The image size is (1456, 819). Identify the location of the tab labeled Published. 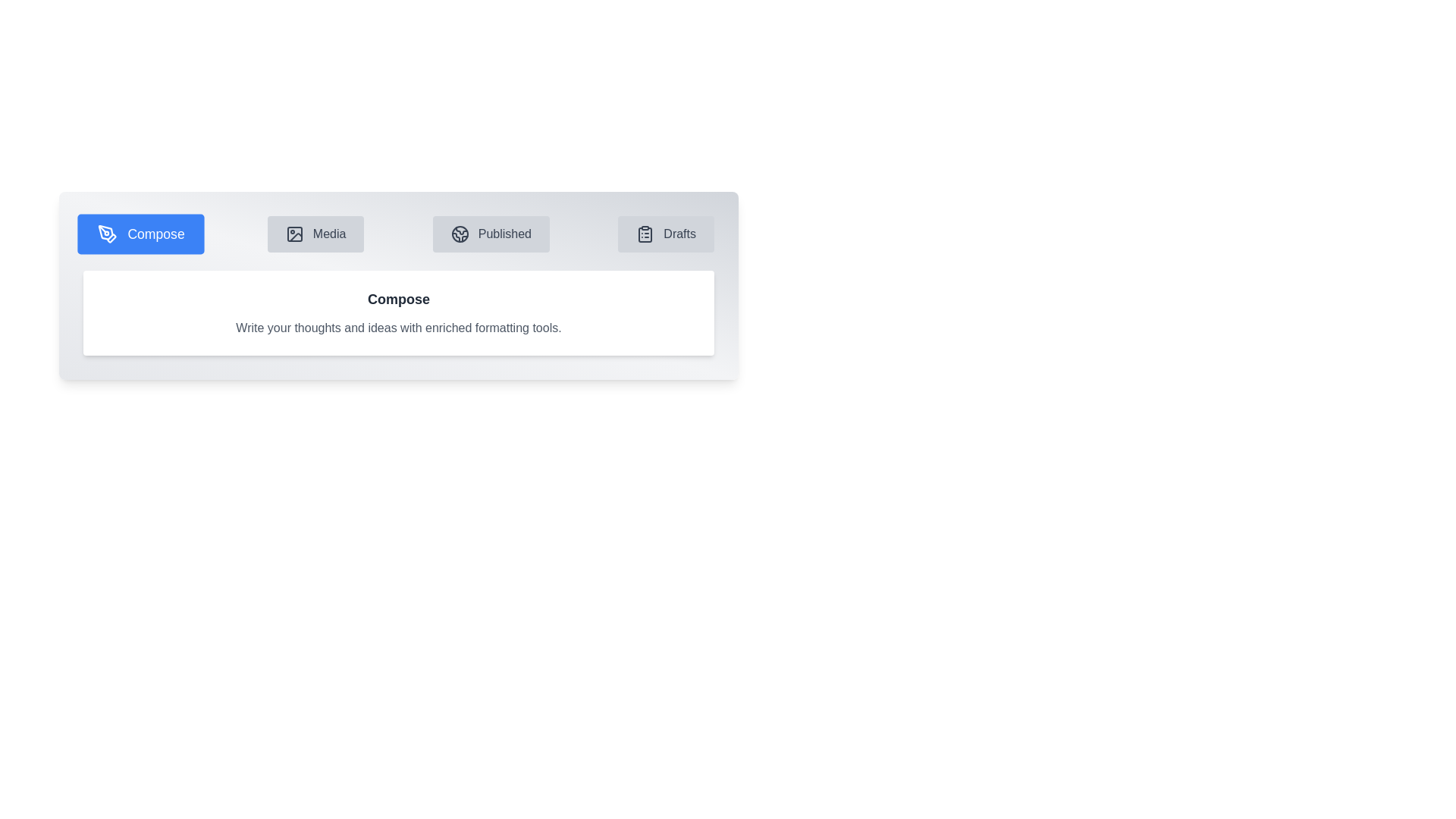
(491, 234).